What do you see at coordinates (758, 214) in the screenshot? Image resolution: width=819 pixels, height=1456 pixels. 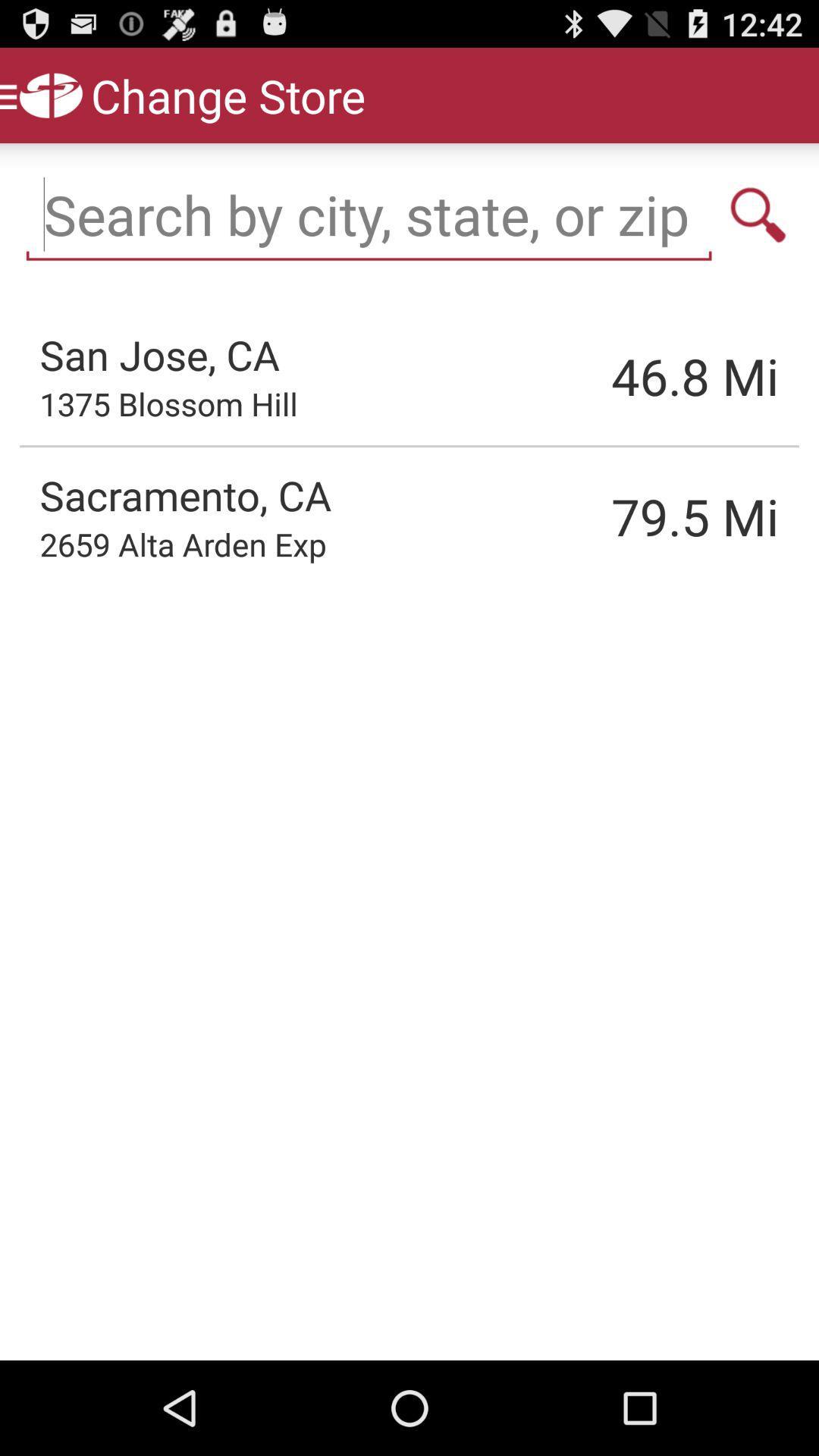 I see `the icon above the  mi app` at bounding box center [758, 214].